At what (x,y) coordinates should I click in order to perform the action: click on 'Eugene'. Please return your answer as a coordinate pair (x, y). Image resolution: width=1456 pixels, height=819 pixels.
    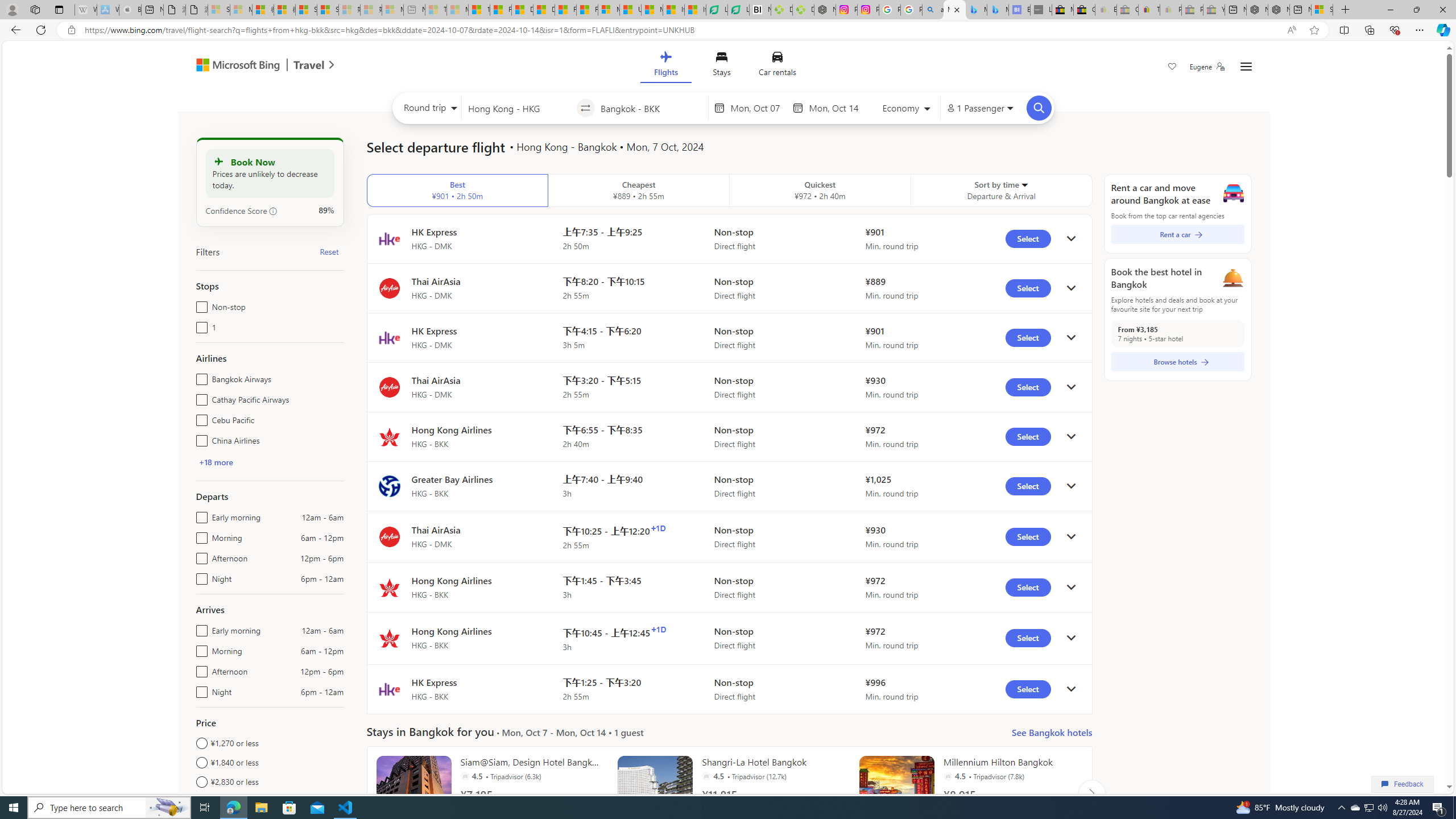
    Looking at the image, I should click on (1206, 66).